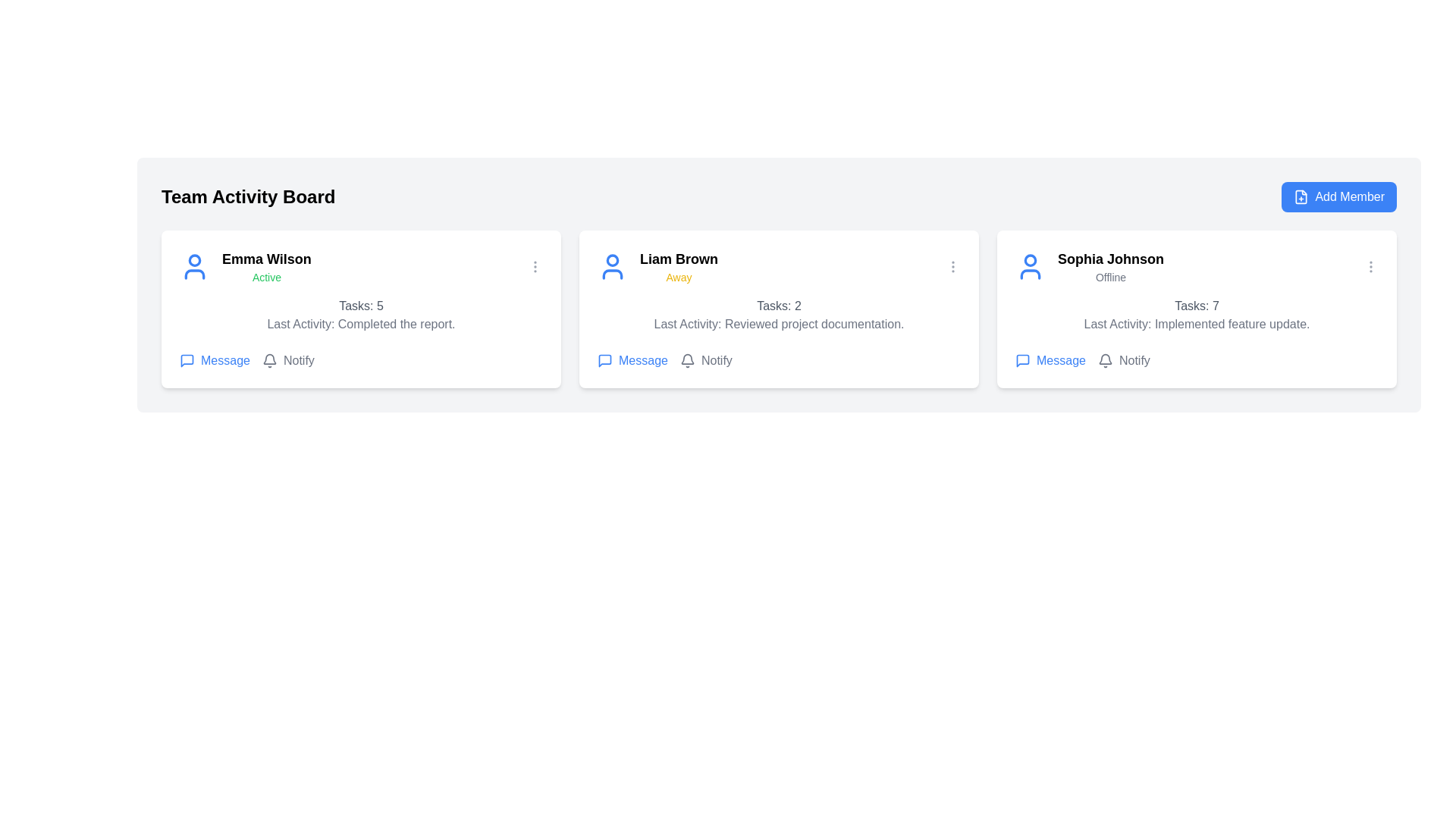 Image resolution: width=1456 pixels, height=819 pixels. What do you see at coordinates (779, 360) in the screenshot?
I see `the 'Notify' option within the interactive control group located at the bottom of the 'Liam Brown' card` at bounding box center [779, 360].